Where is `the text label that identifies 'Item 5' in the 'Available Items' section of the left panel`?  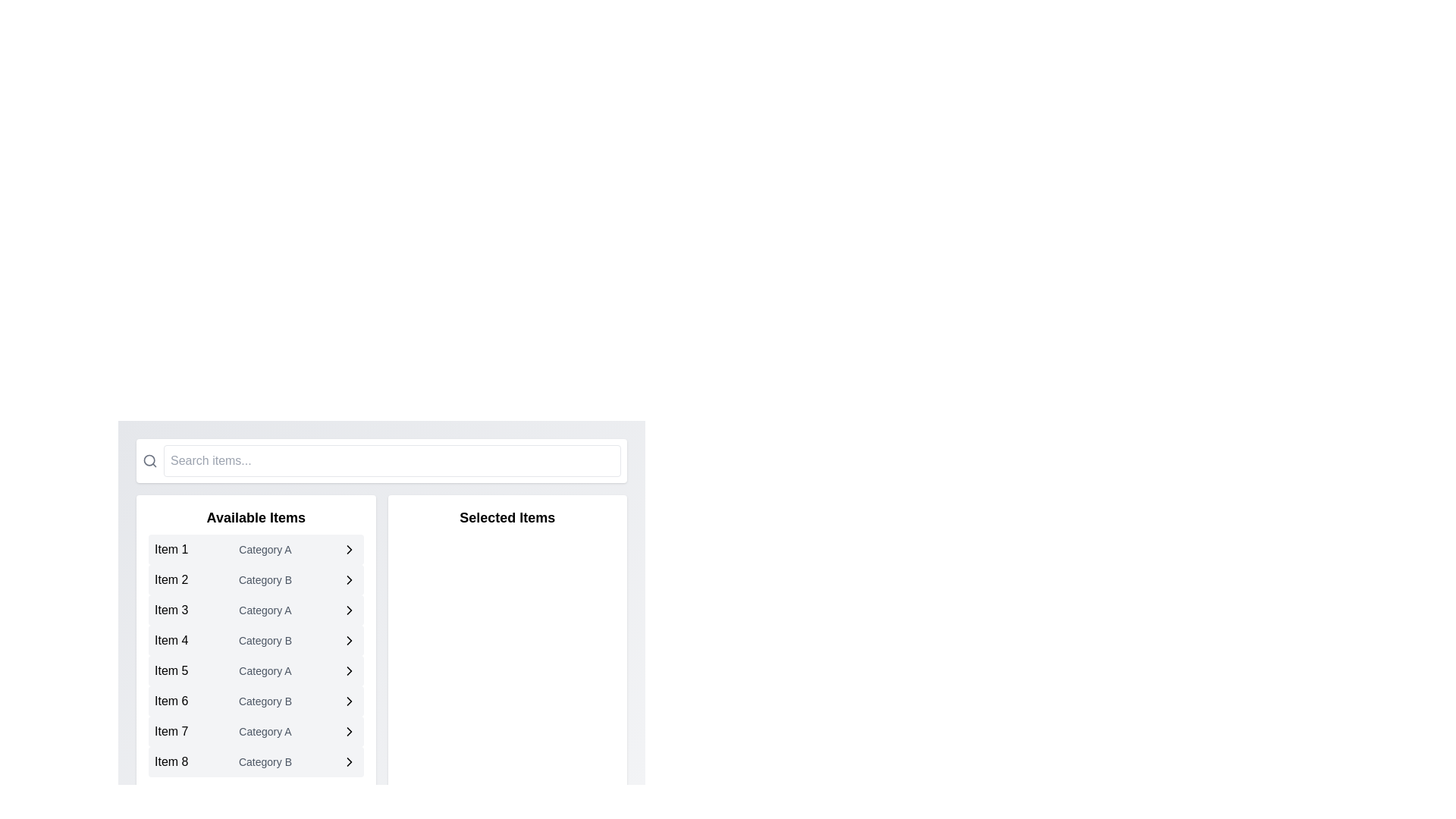 the text label that identifies 'Item 5' in the 'Available Items' section of the left panel is located at coordinates (171, 670).